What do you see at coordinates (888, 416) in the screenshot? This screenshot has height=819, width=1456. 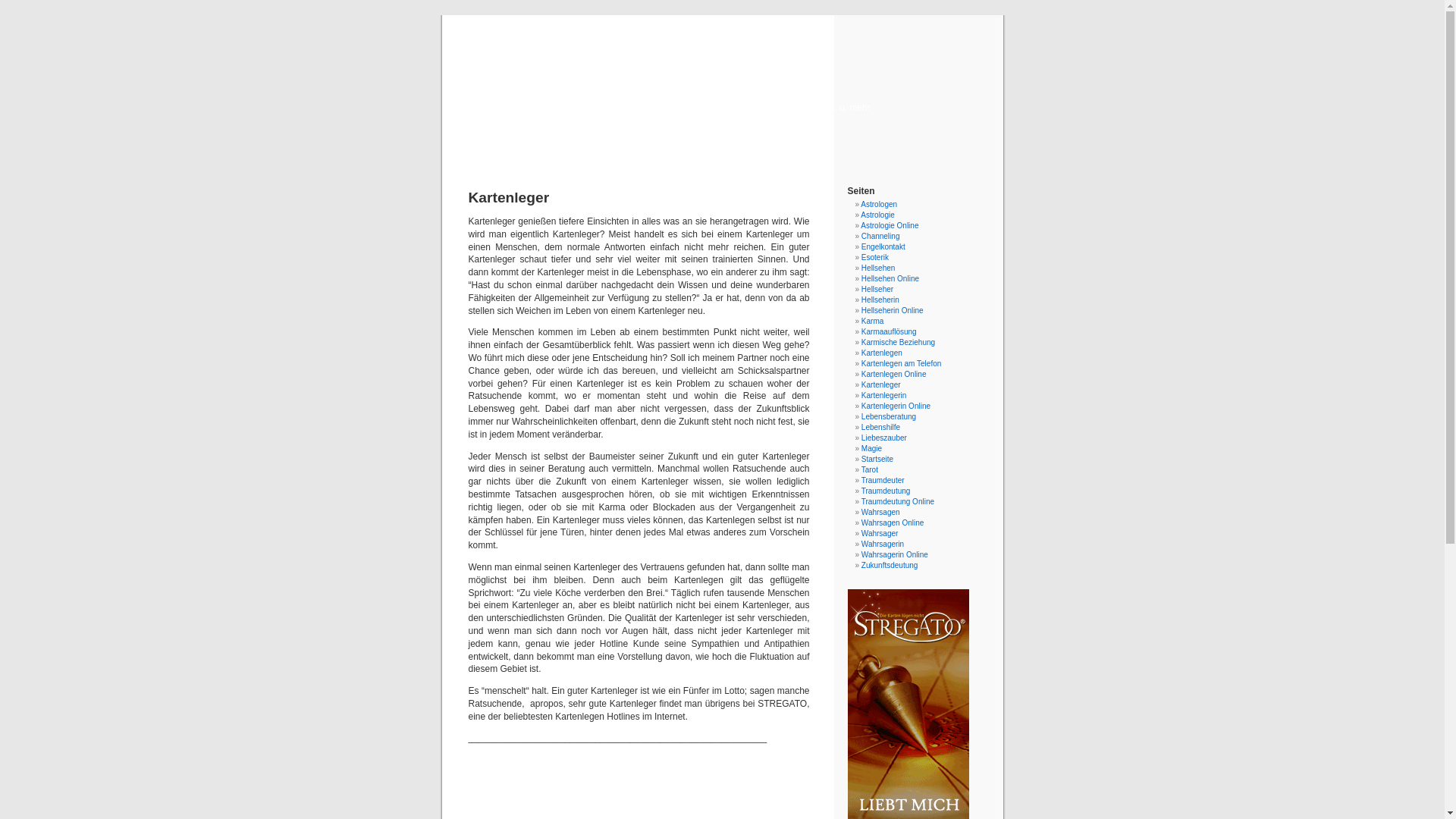 I see `'Lebensberatung'` at bounding box center [888, 416].